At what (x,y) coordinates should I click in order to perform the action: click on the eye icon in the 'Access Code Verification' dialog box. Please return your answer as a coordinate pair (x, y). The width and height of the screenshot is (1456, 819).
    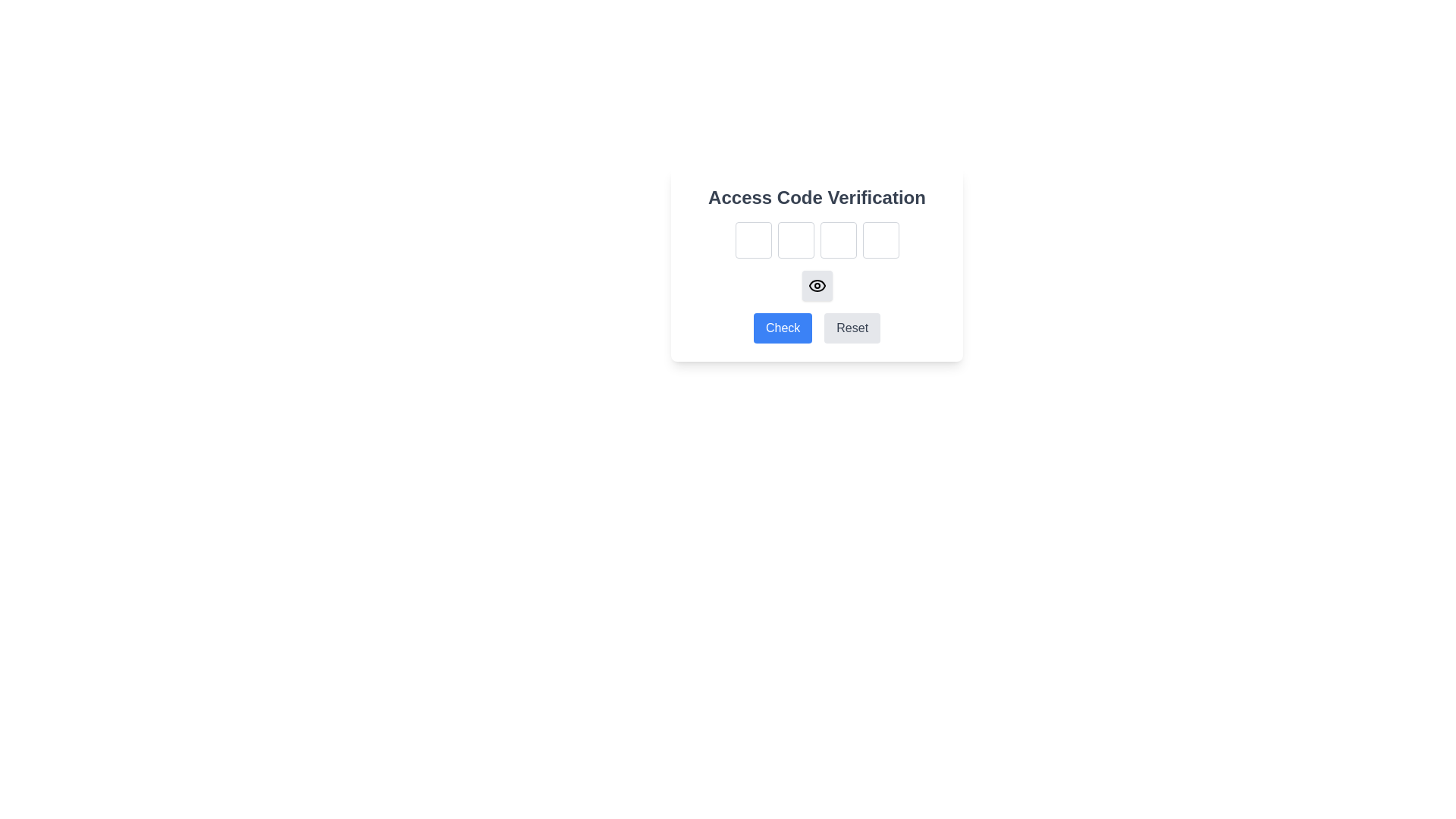
    Looking at the image, I should click on (816, 286).